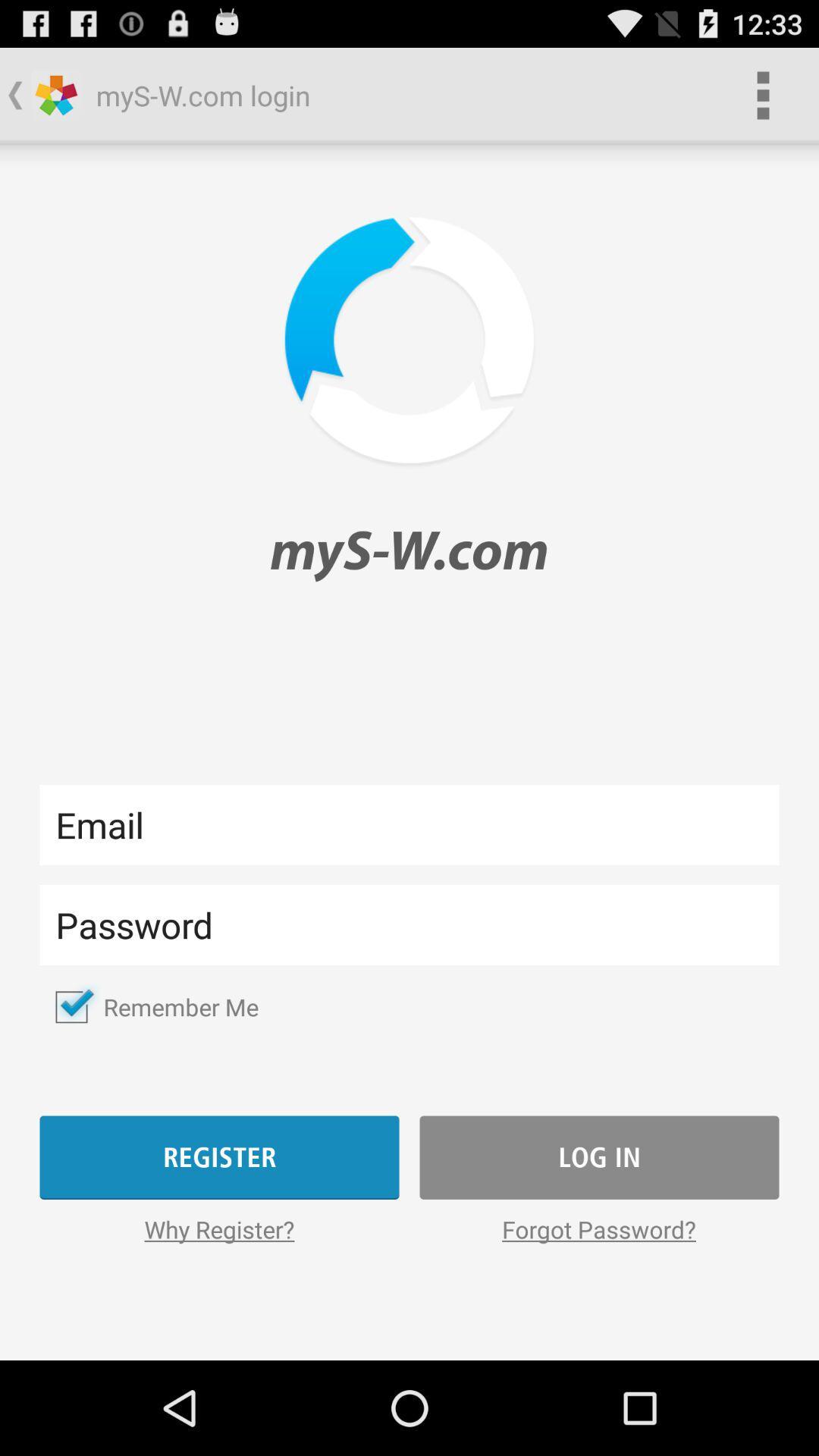 The height and width of the screenshot is (1456, 819). What do you see at coordinates (409, 924) in the screenshot?
I see `the password here` at bounding box center [409, 924].